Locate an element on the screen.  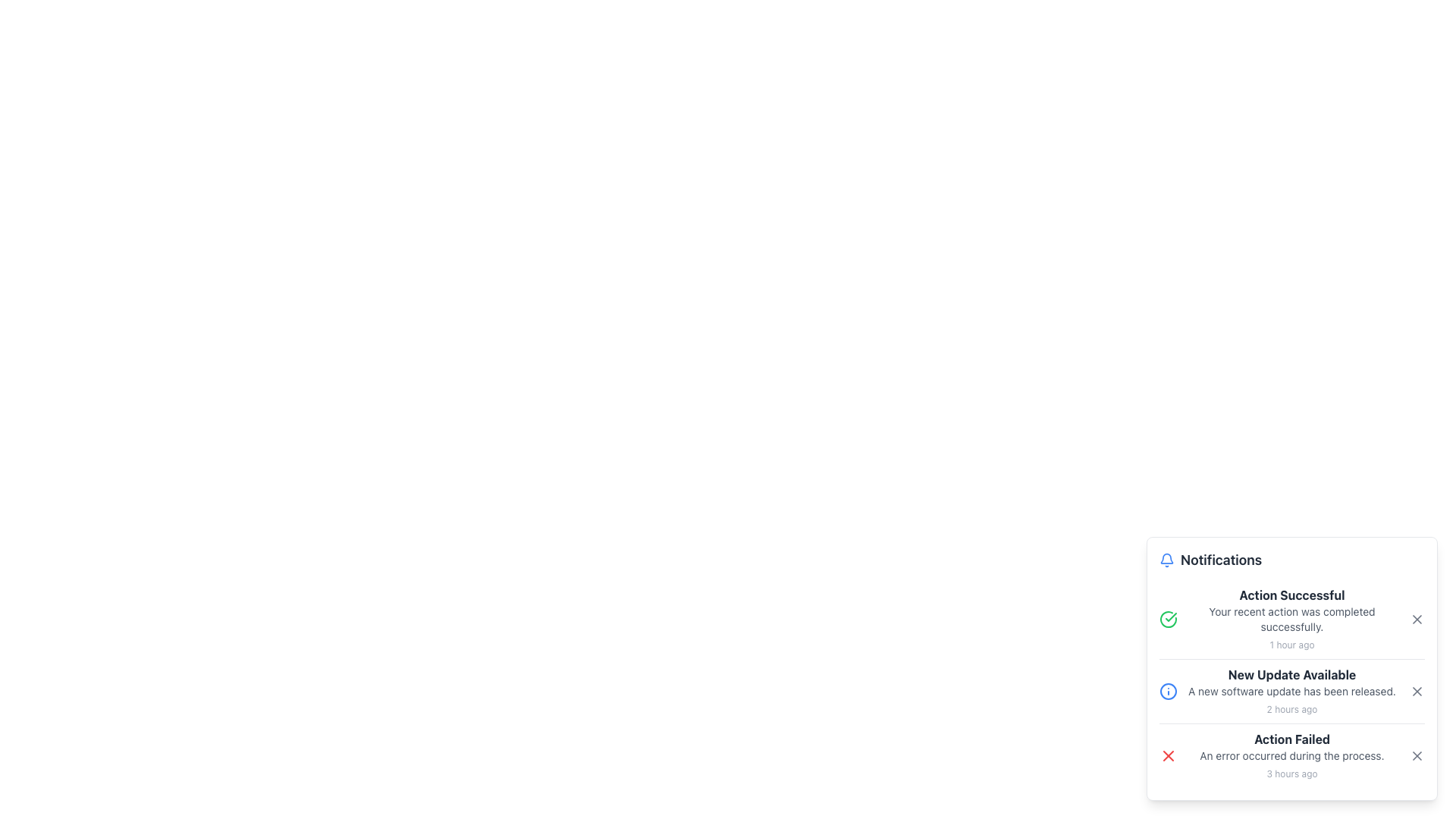
the small square button with an 'X' symbol is located at coordinates (1416, 755).